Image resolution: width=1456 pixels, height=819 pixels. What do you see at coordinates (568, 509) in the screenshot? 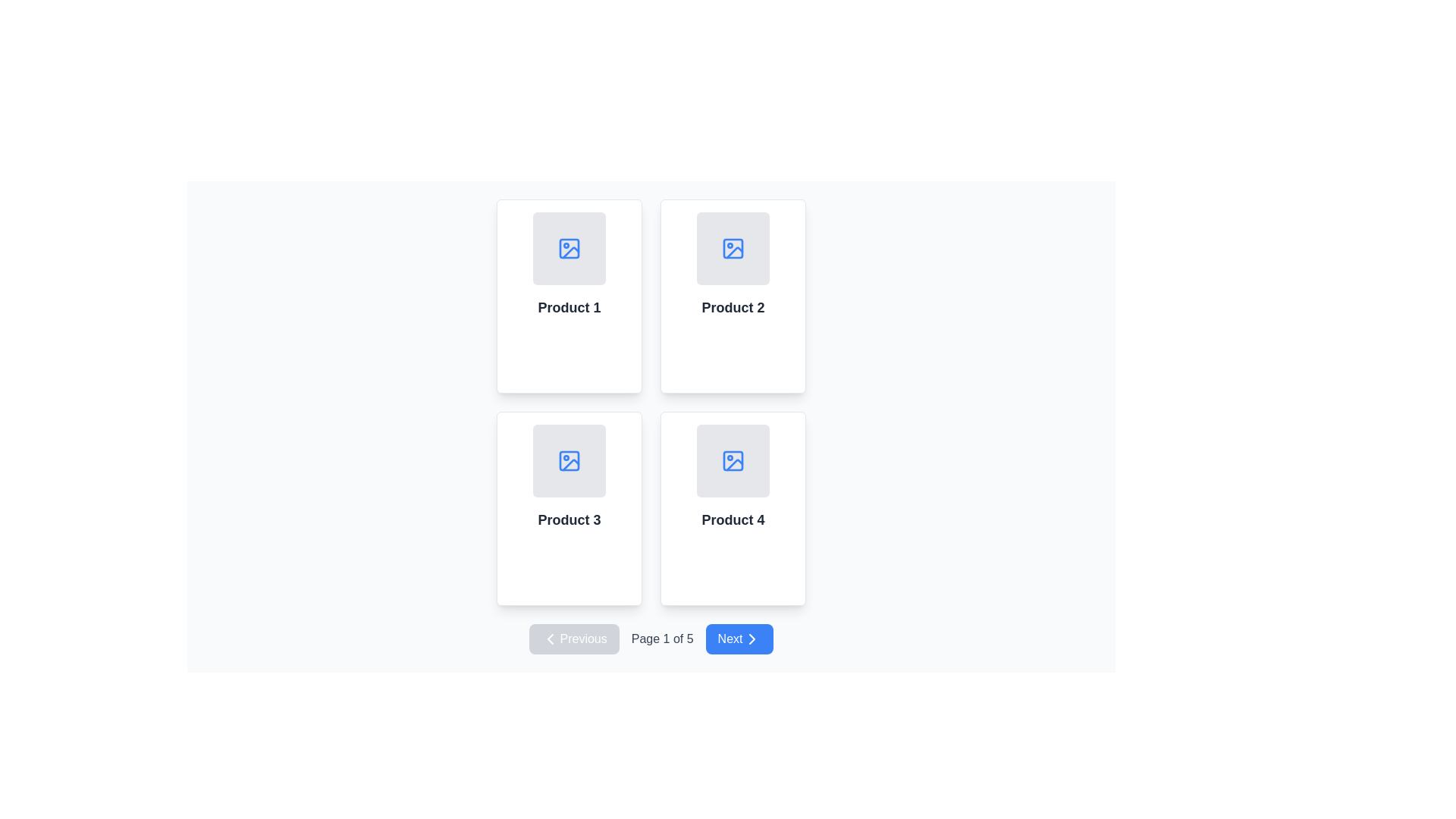
I see `on the product card located in the second row, first column of the grid layout` at bounding box center [568, 509].